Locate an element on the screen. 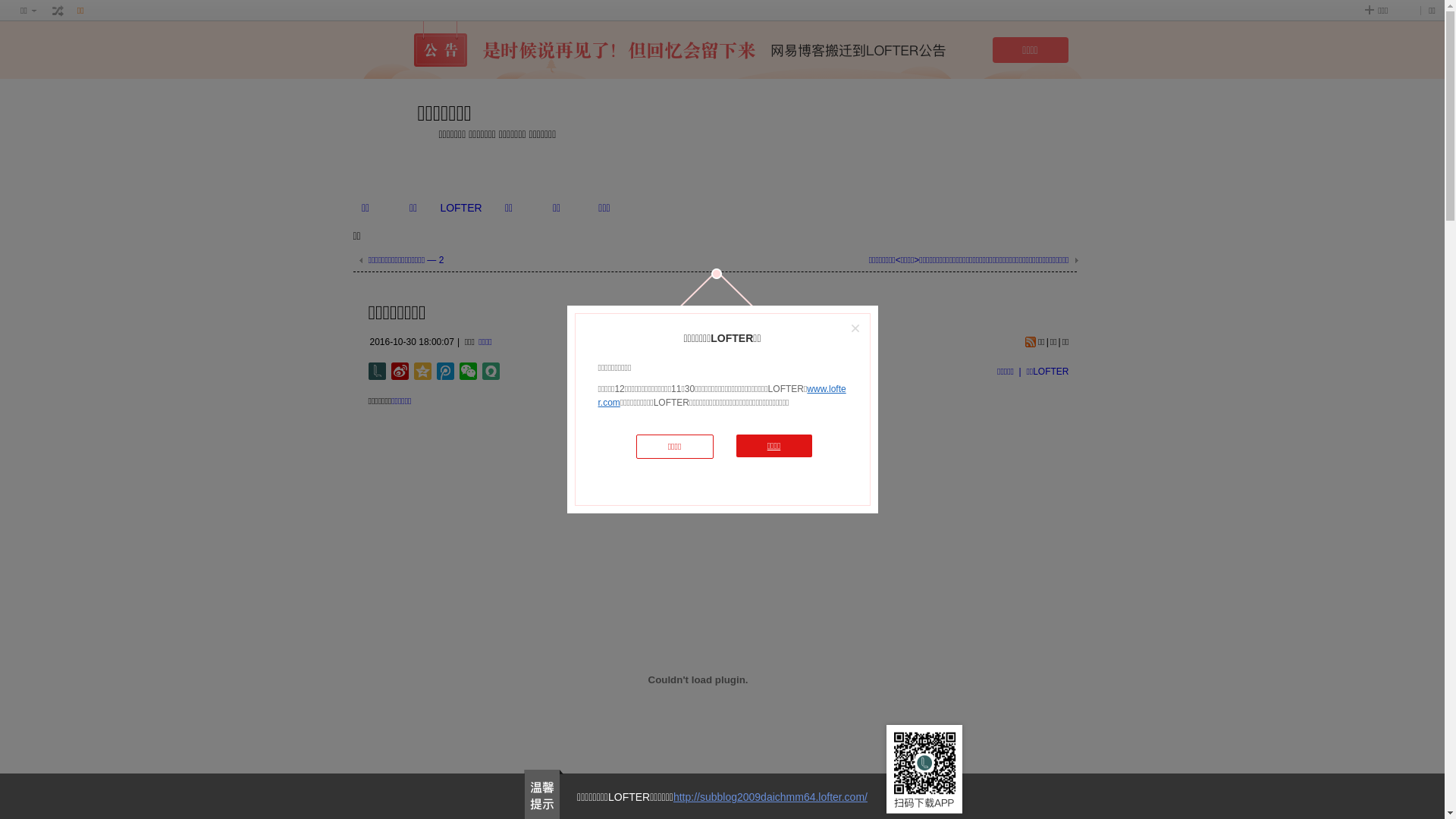  ' ' is located at coordinates (58, 11).